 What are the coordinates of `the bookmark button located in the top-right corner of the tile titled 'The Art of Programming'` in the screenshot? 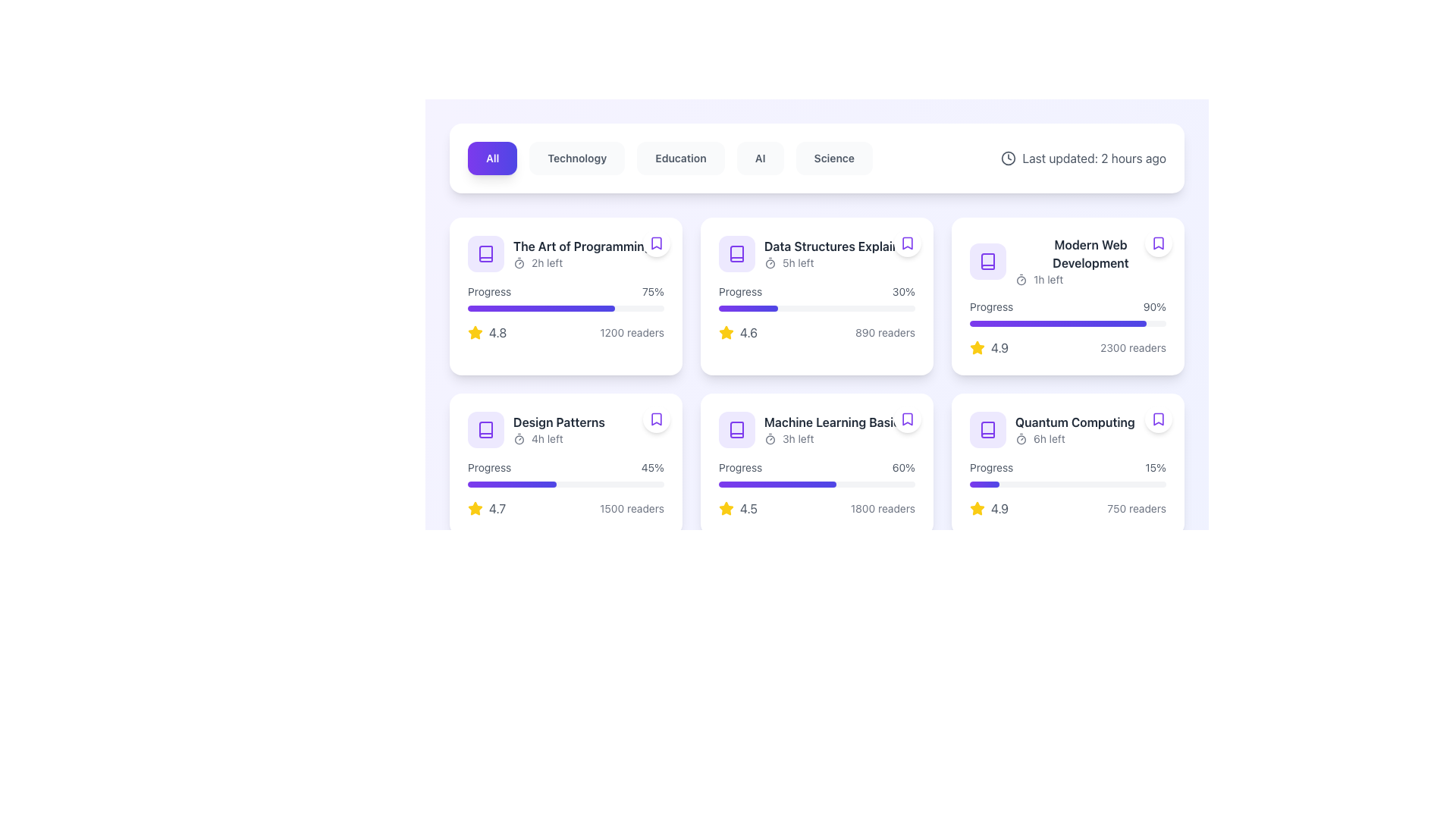 It's located at (656, 242).